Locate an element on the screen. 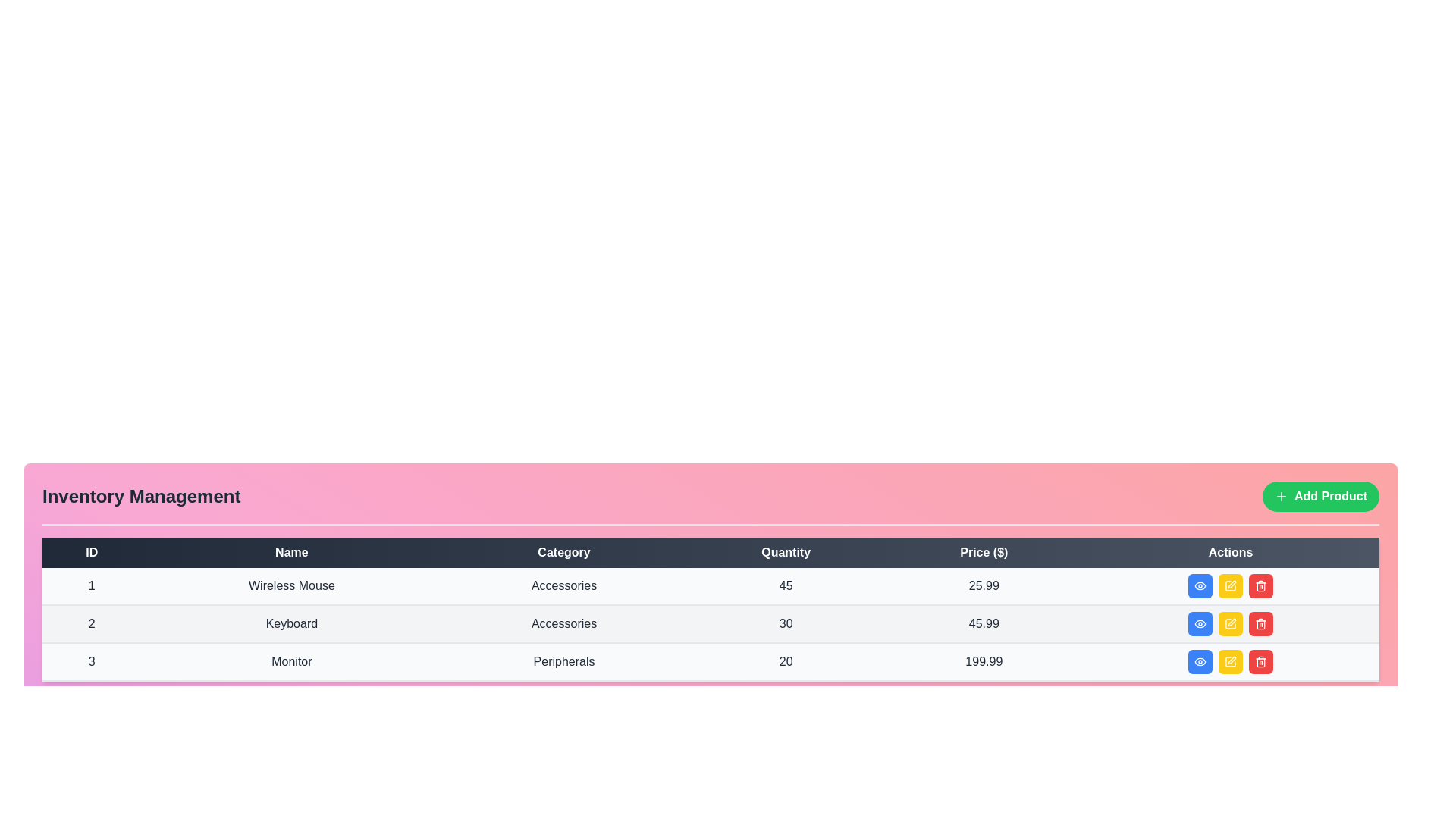 Image resolution: width=1456 pixels, height=819 pixels. the Row Identifier displaying the number '2', which is in the leftmost column of the second row of the data table under the 'Keyboard' entry is located at coordinates (91, 623).